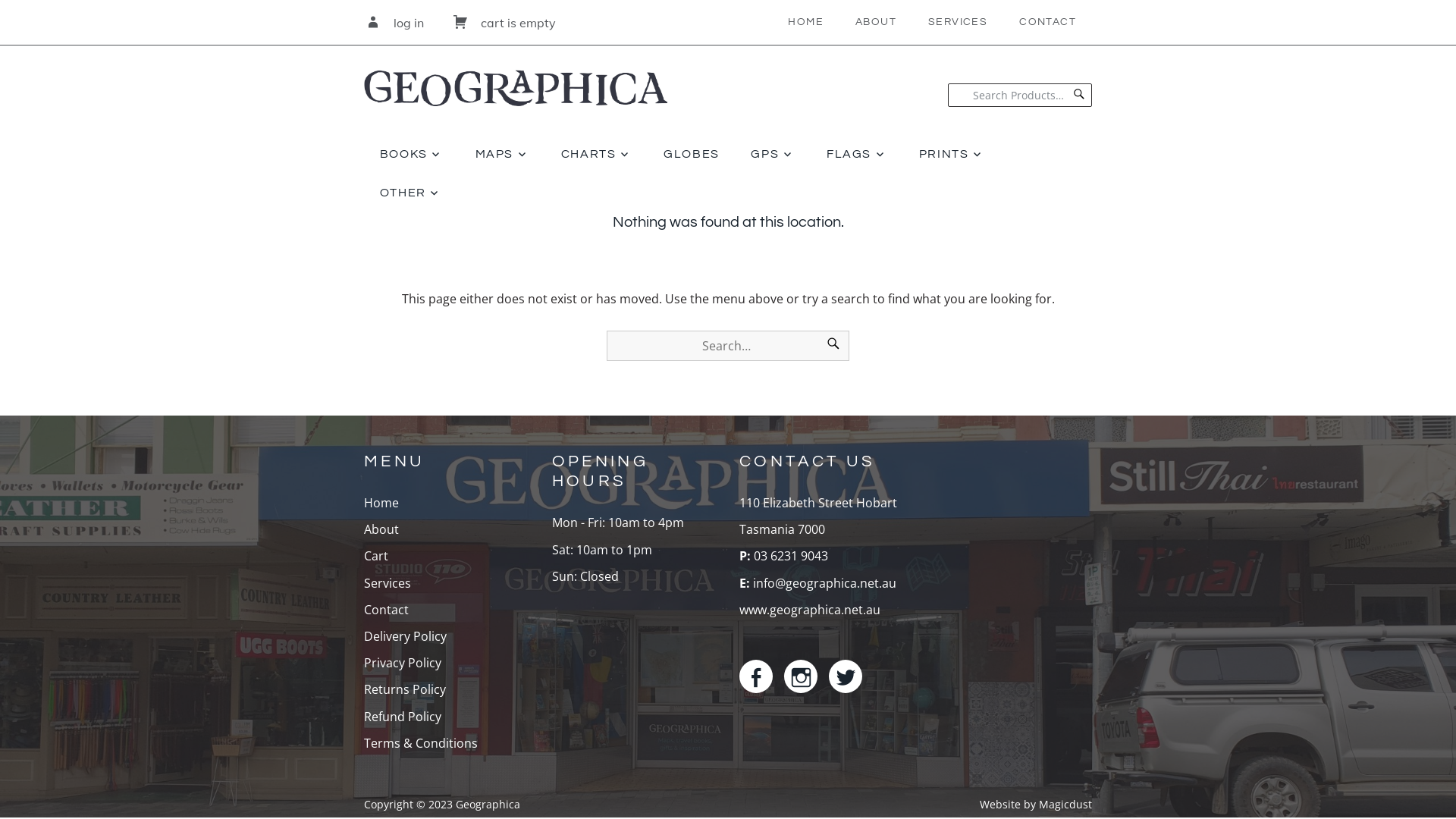 The height and width of the screenshot is (819, 1456). I want to click on 'MAPS', so click(458, 154).